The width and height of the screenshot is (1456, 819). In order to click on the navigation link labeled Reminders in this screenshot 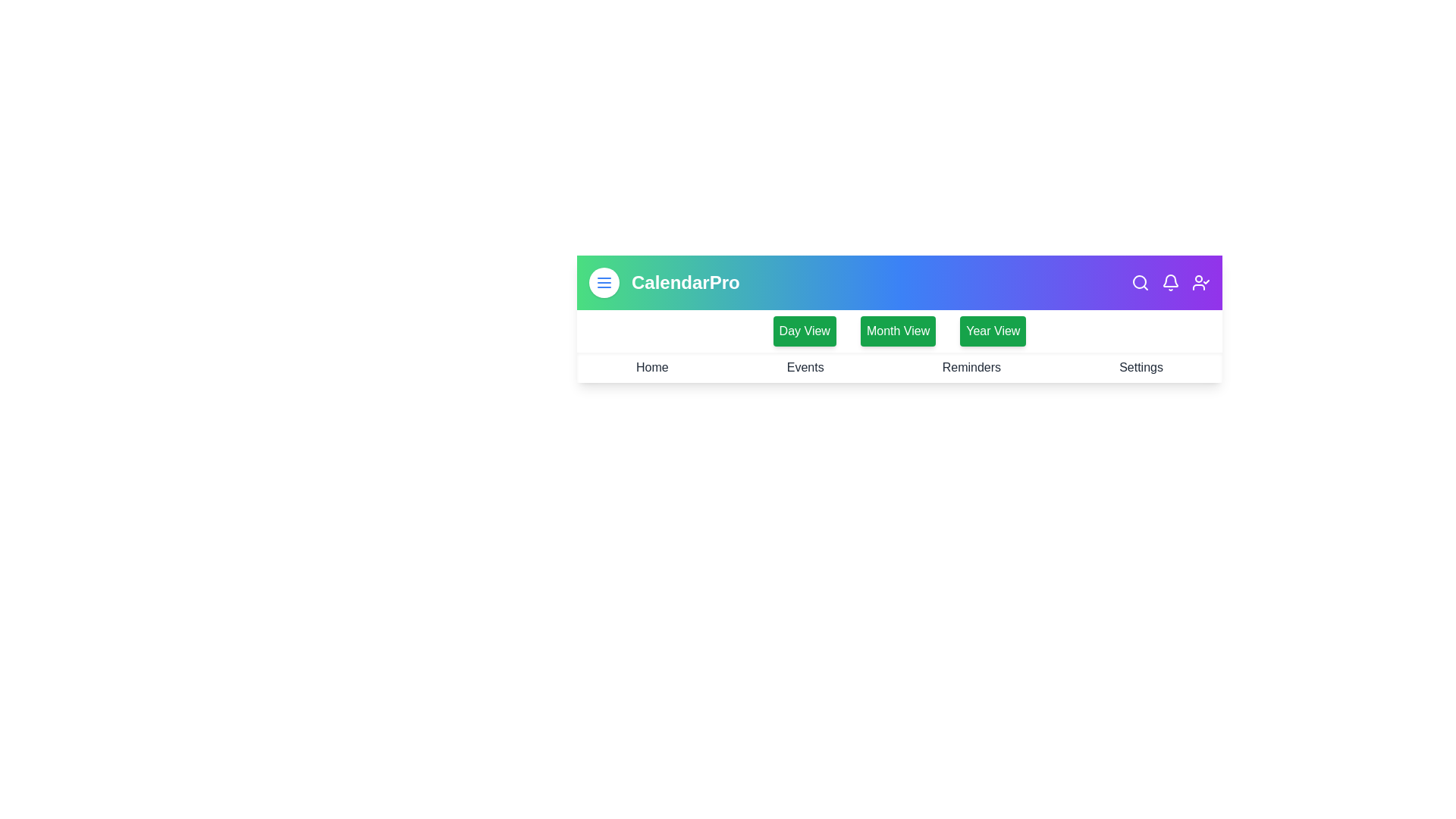, I will do `click(971, 368)`.